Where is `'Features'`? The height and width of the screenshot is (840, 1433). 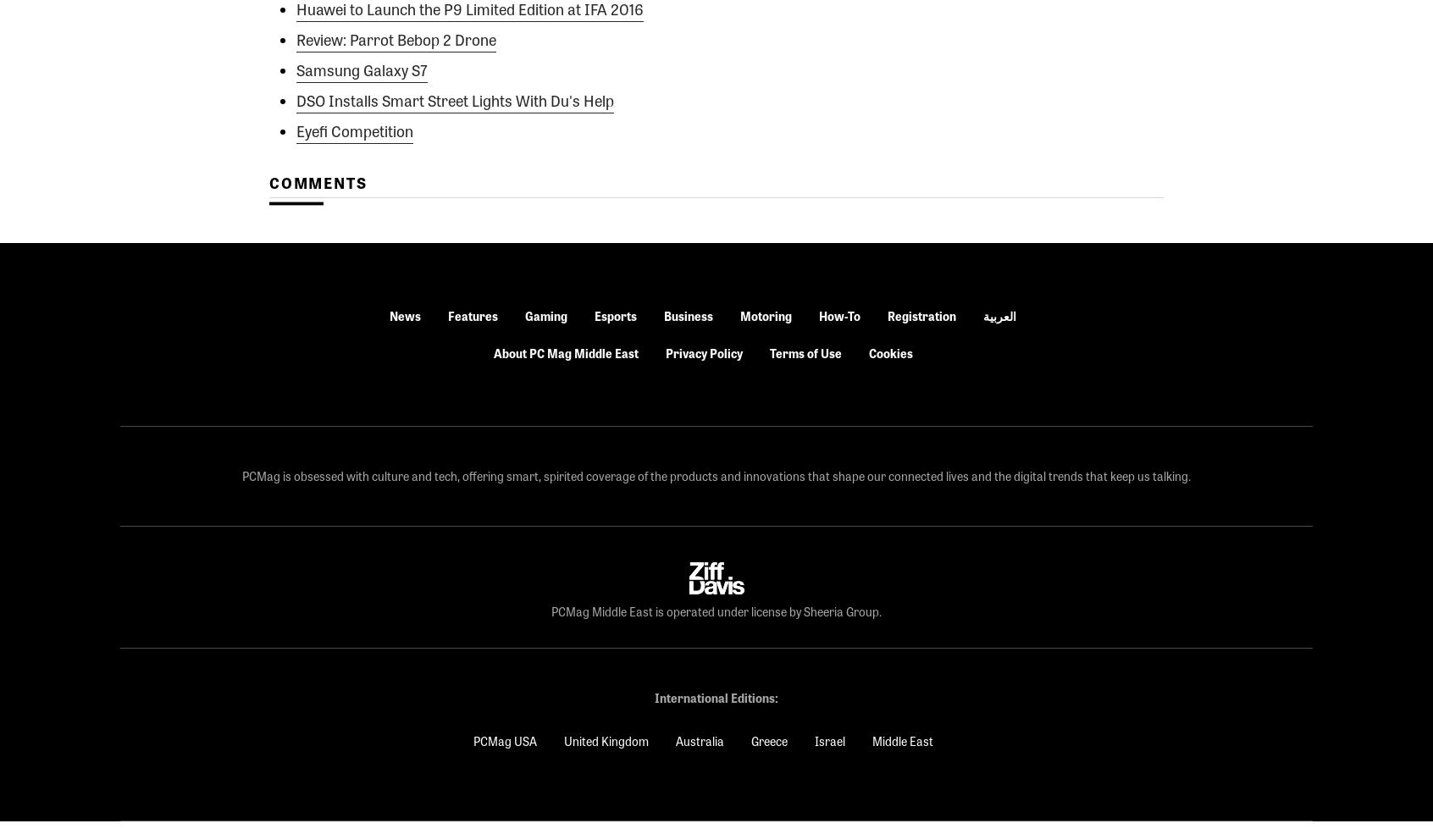 'Features' is located at coordinates (473, 314).